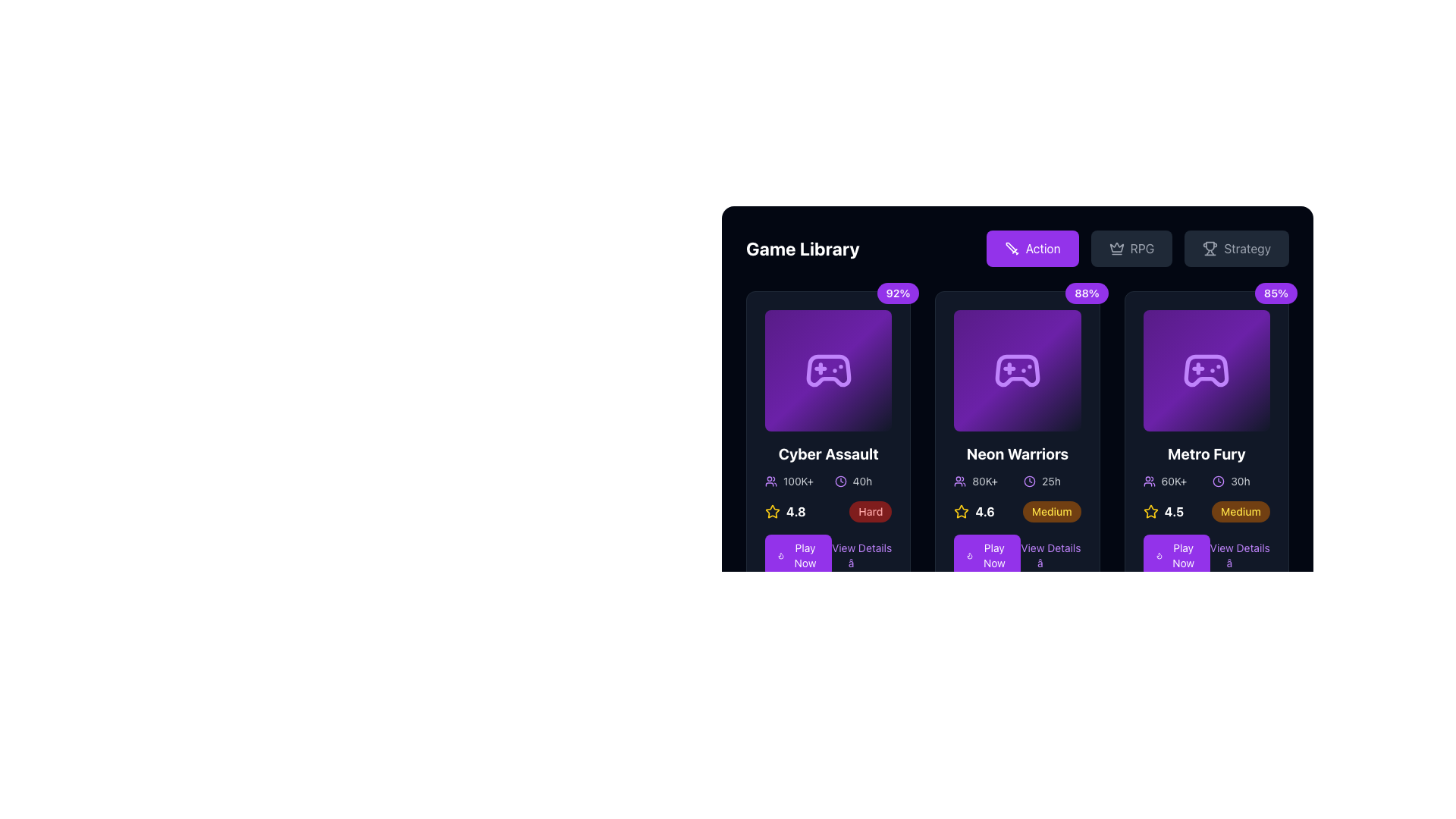 This screenshot has height=819, width=1456. I want to click on the game controller icon, which features a cross button on the left and three dots on the right, located, so click(827, 371).